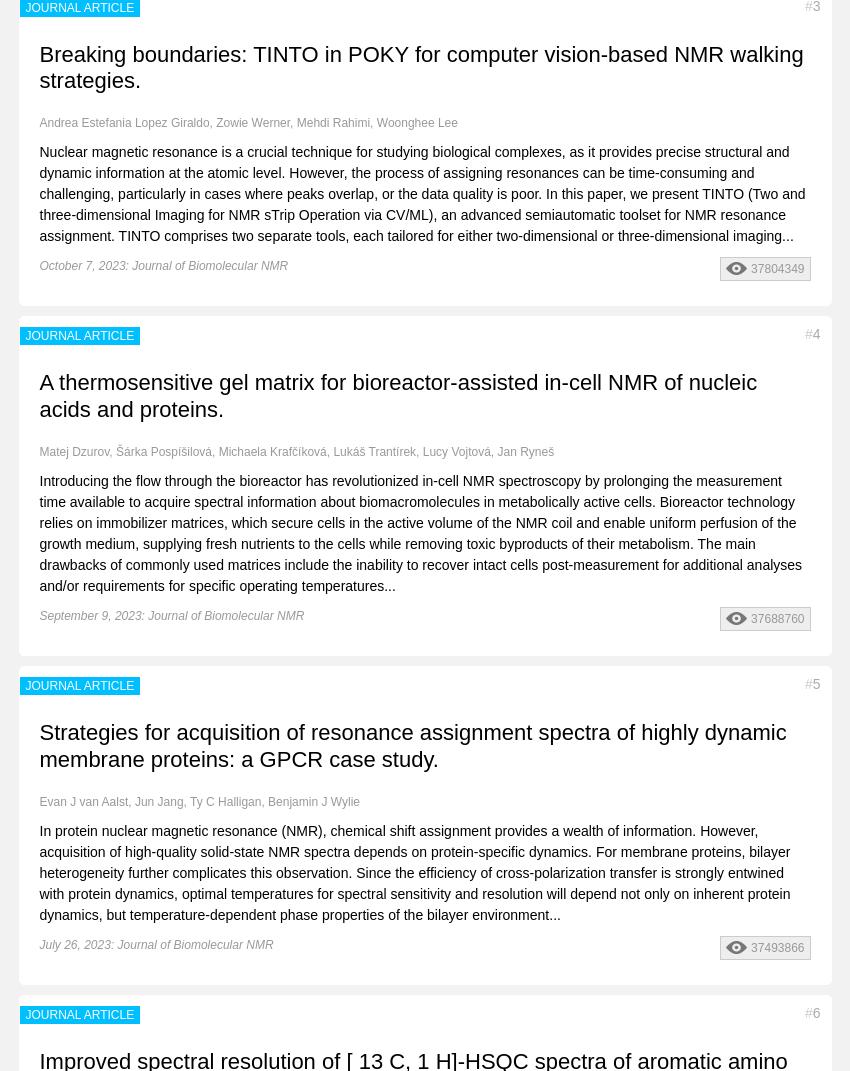 This screenshot has width=850, height=1071. I want to click on '4', so click(816, 333).